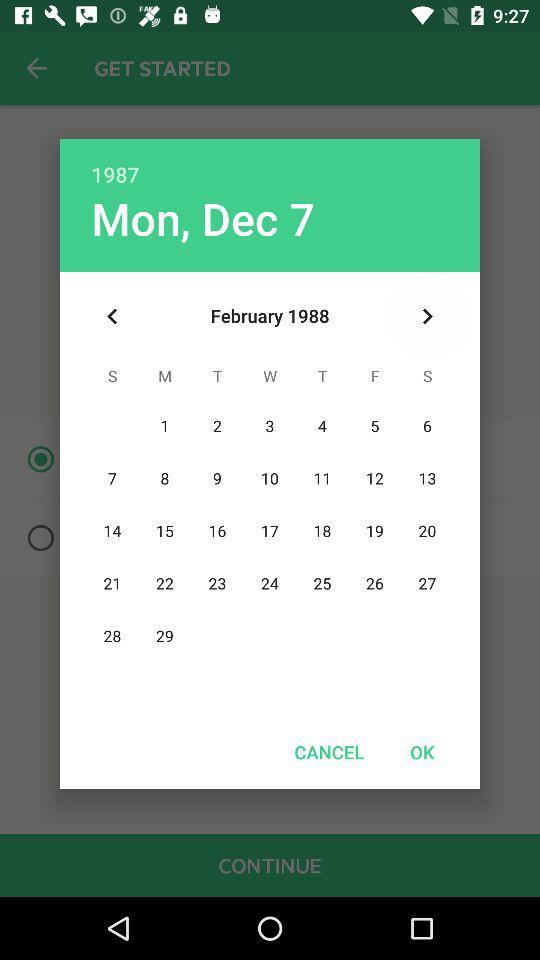 The height and width of the screenshot is (960, 540). What do you see at coordinates (112, 316) in the screenshot?
I see `the icon at the top left corner` at bounding box center [112, 316].